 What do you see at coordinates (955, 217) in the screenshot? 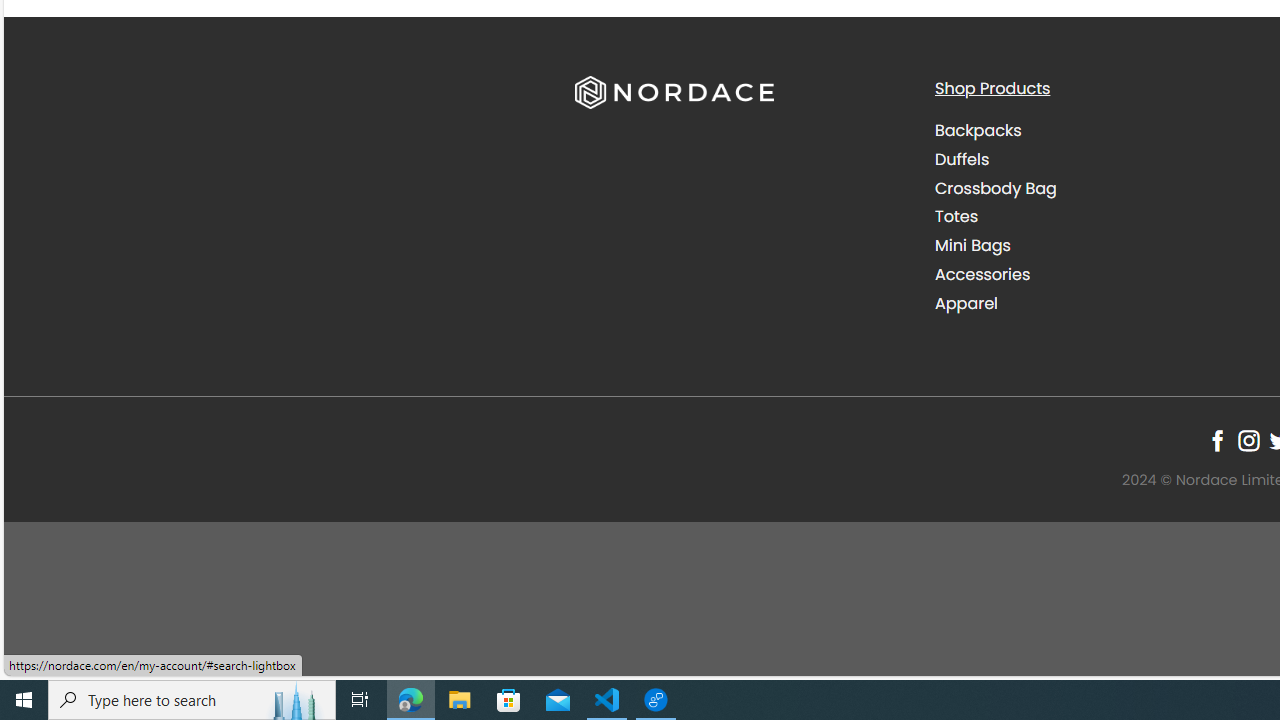
I see `'Totes'` at bounding box center [955, 217].